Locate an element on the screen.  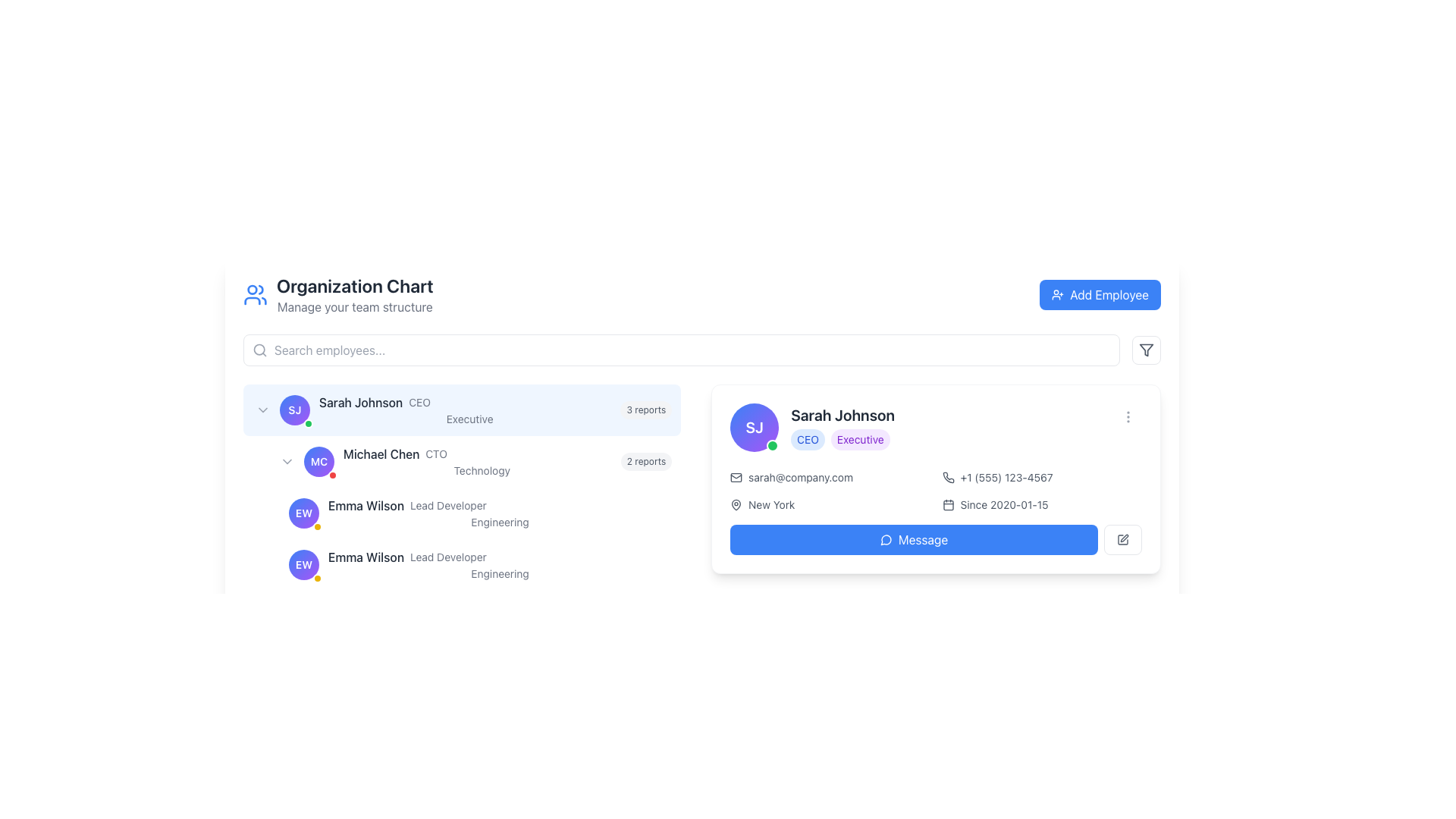
the circular avatar with initials 'MC' that features a gradient background from blue to purple, located in the left pane of the organizational chart, directly to the left of 'Michael Chen' and below 'Sarah Johnson' is located at coordinates (318, 461).